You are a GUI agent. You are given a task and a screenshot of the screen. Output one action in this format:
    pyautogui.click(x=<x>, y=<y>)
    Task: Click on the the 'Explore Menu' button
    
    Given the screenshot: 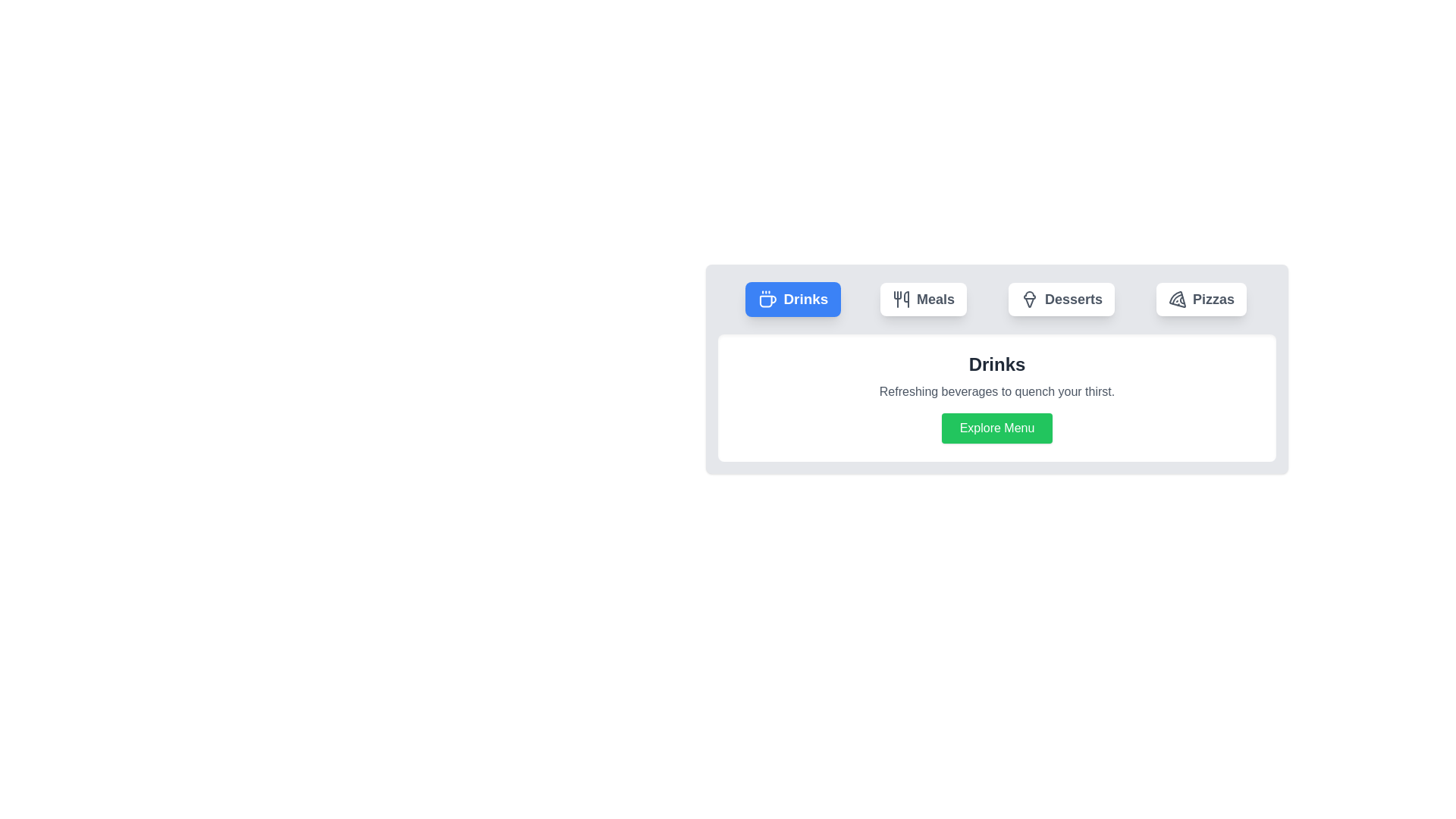 What is the action you would take?
    pyautogui.click(x=997, y=428)
    